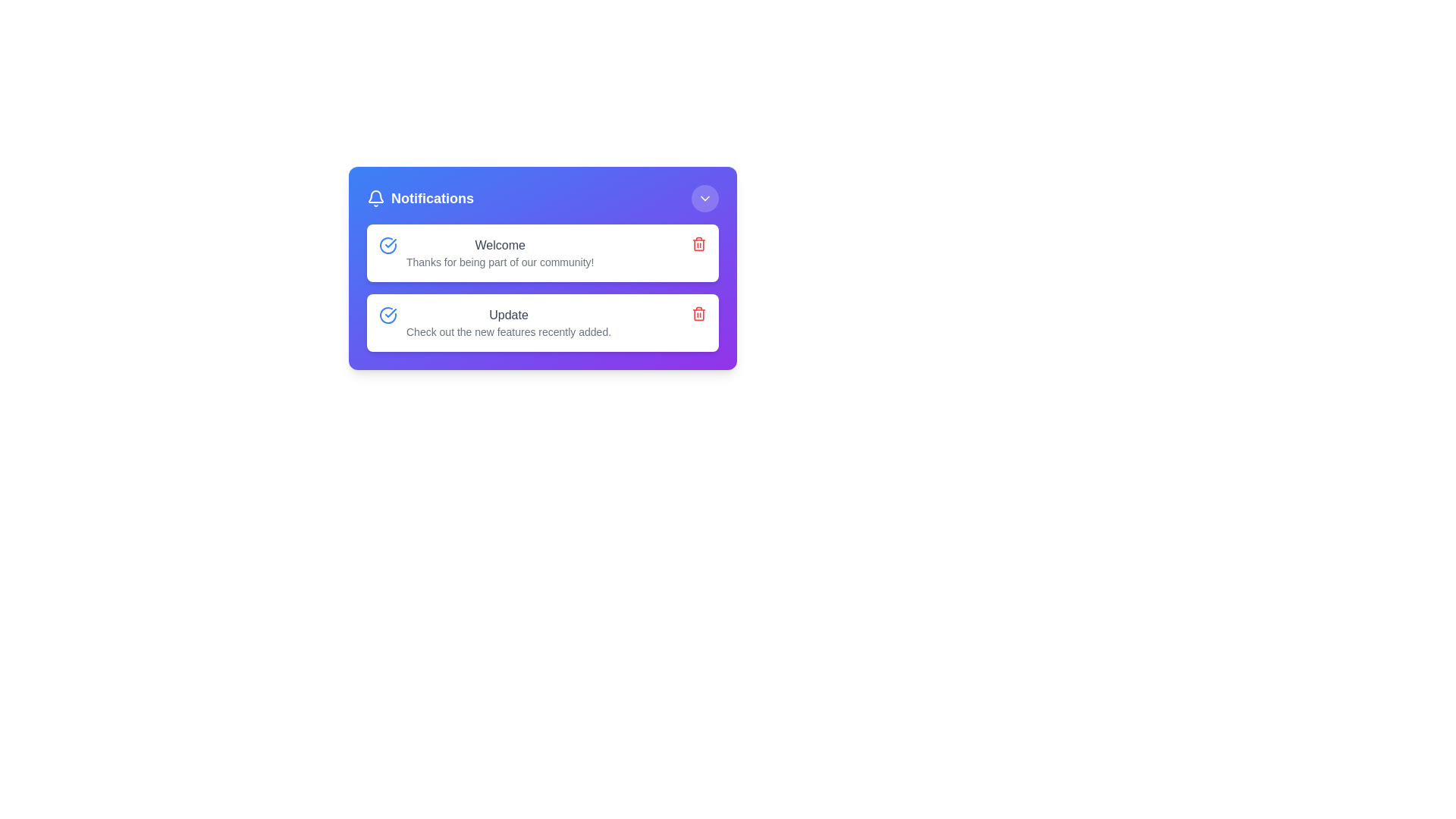  Describe the element at coordinates (509, 322) in the screenshot. I see `informational text block located between the 'Welcome' notification and the red delete icon notification, which provides updates to the user` at that location.